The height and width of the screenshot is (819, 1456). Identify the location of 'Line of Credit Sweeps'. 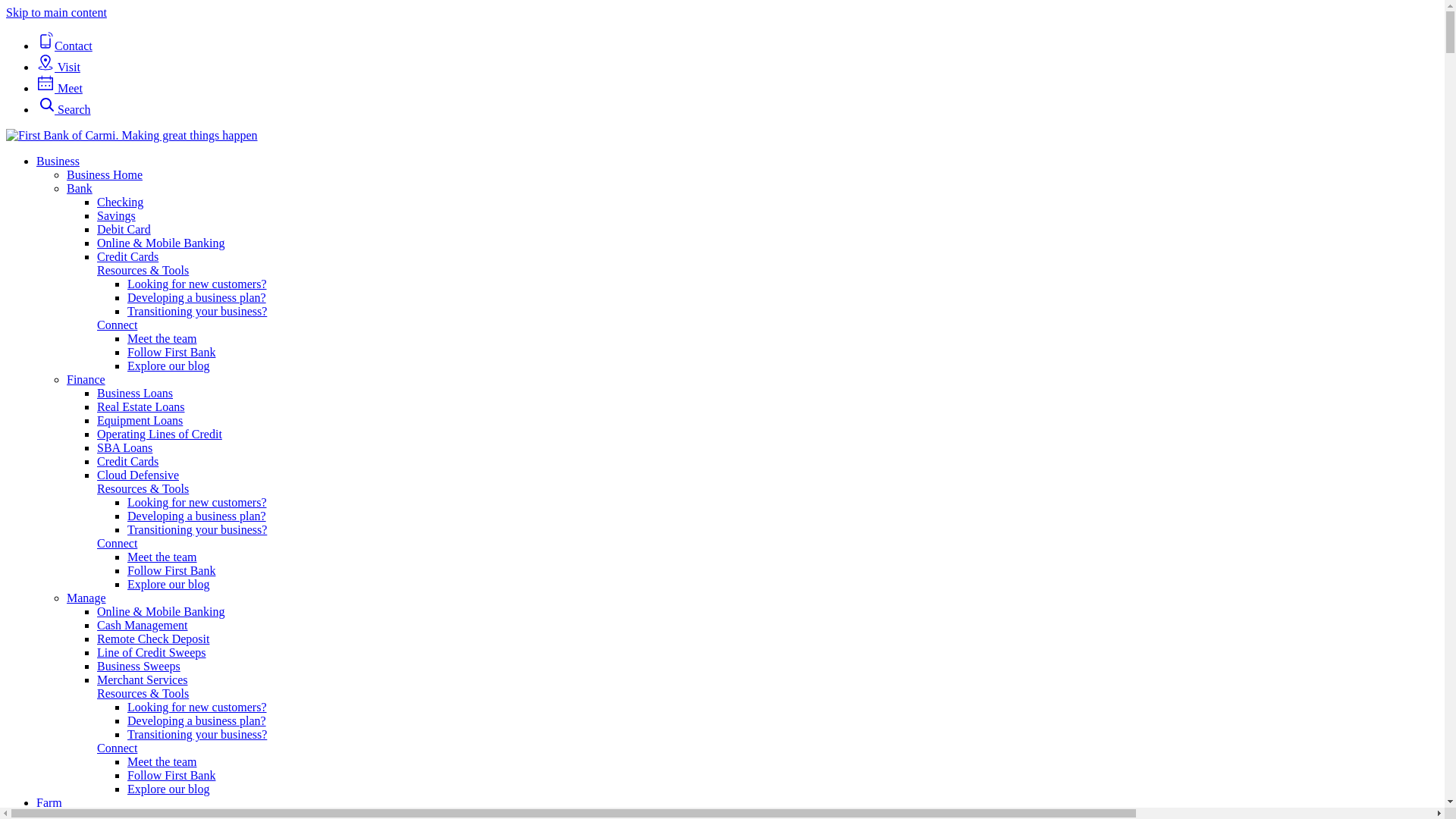
(152, 651).